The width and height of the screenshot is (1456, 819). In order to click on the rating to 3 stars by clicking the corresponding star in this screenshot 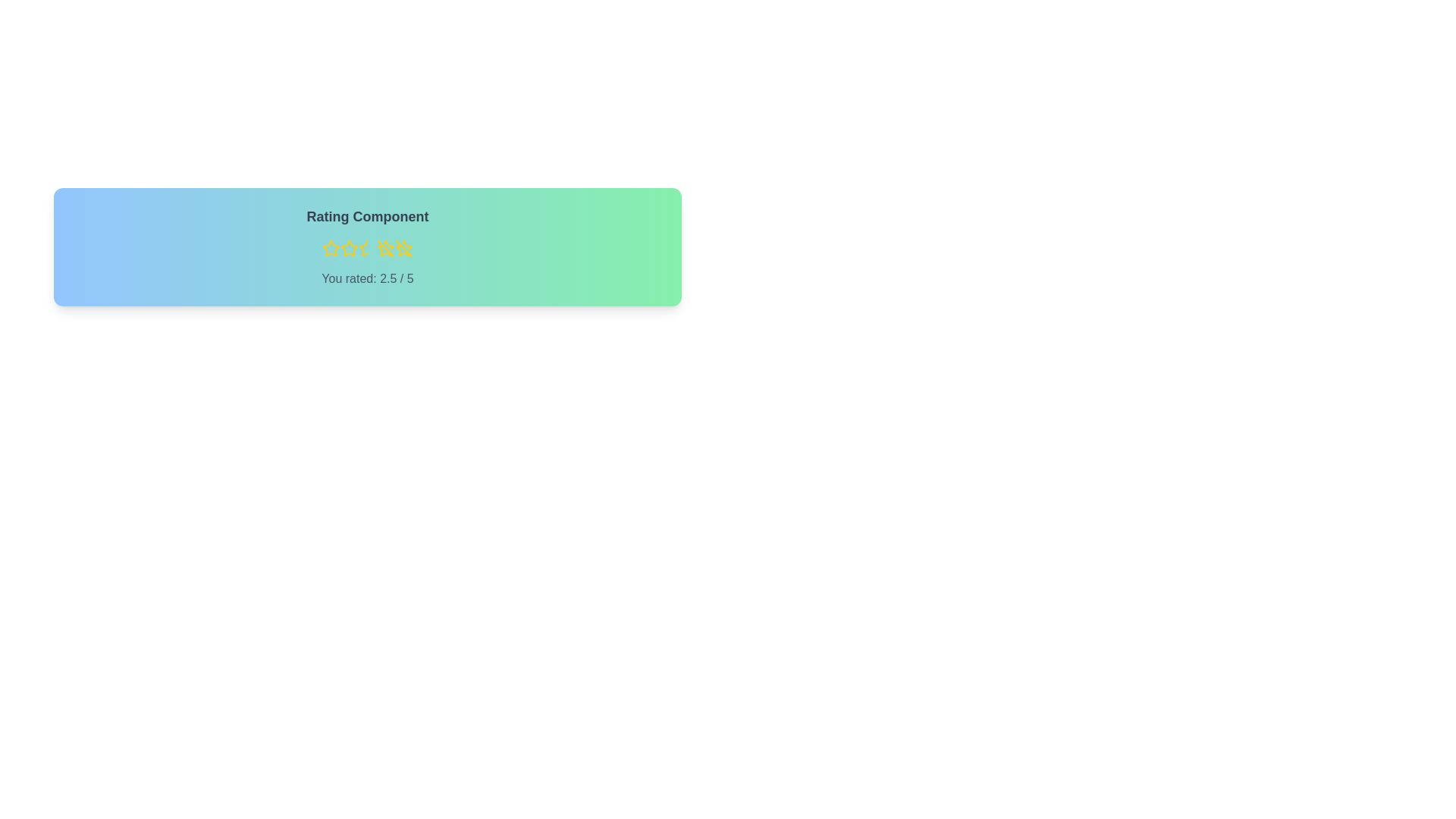, I will do `click(367, 247)`.